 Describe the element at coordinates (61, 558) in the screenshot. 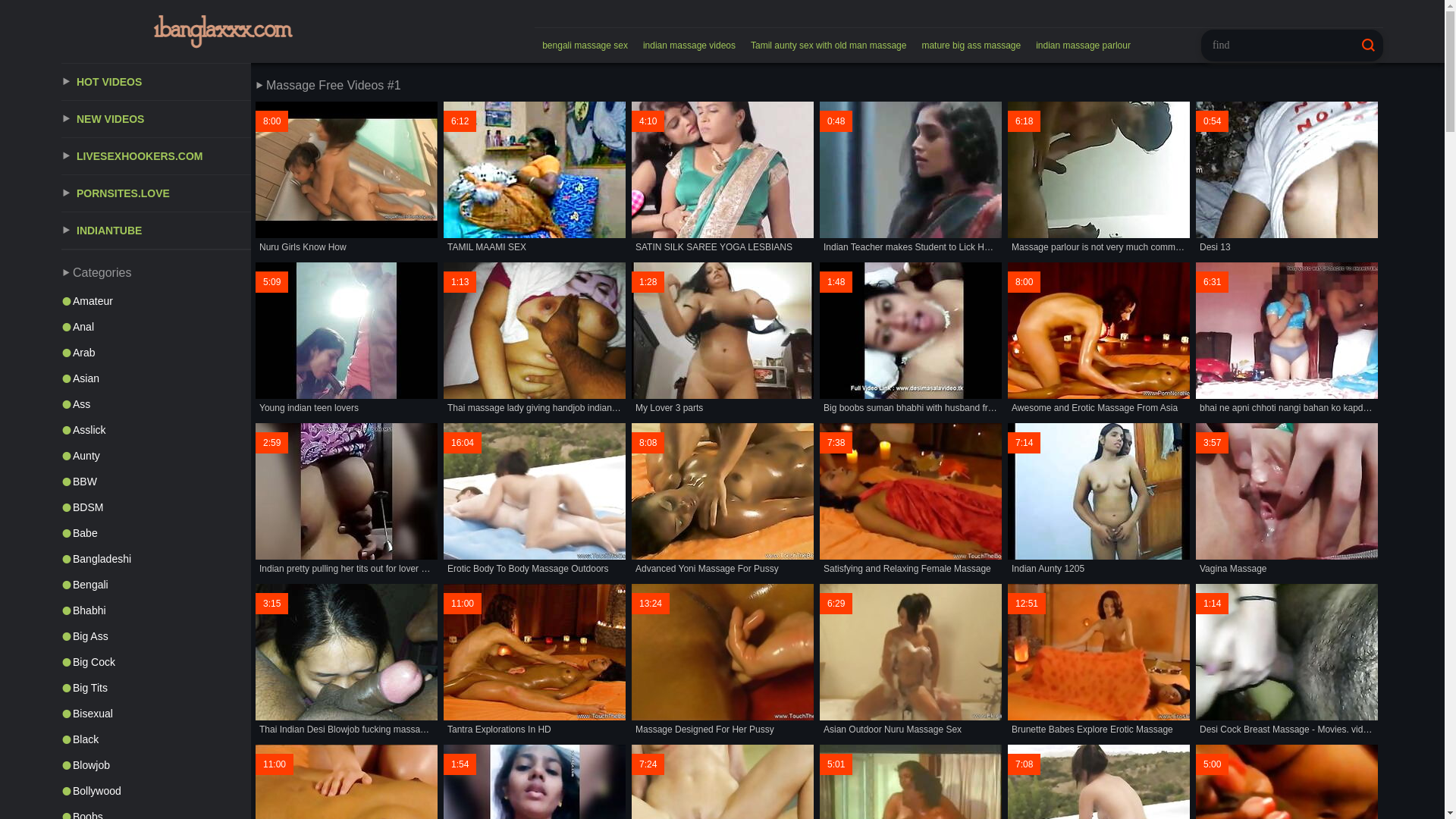

I see `'Bangladeshi'` at that location.